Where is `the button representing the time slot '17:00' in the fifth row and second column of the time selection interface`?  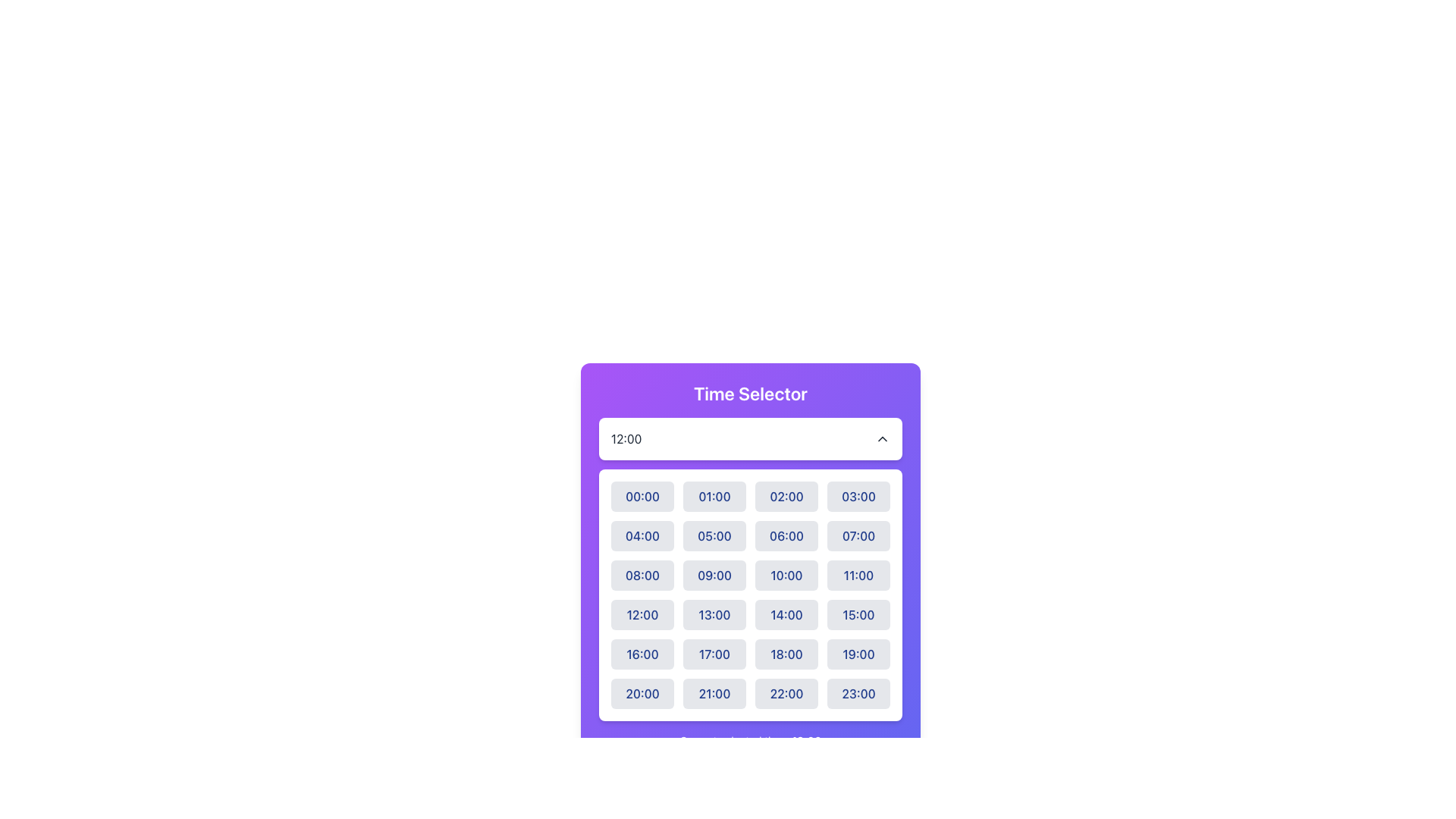
the button representing the time slot '17:00' in the fifth row and second column of the time selection interface is located at coordinates (714, 654).